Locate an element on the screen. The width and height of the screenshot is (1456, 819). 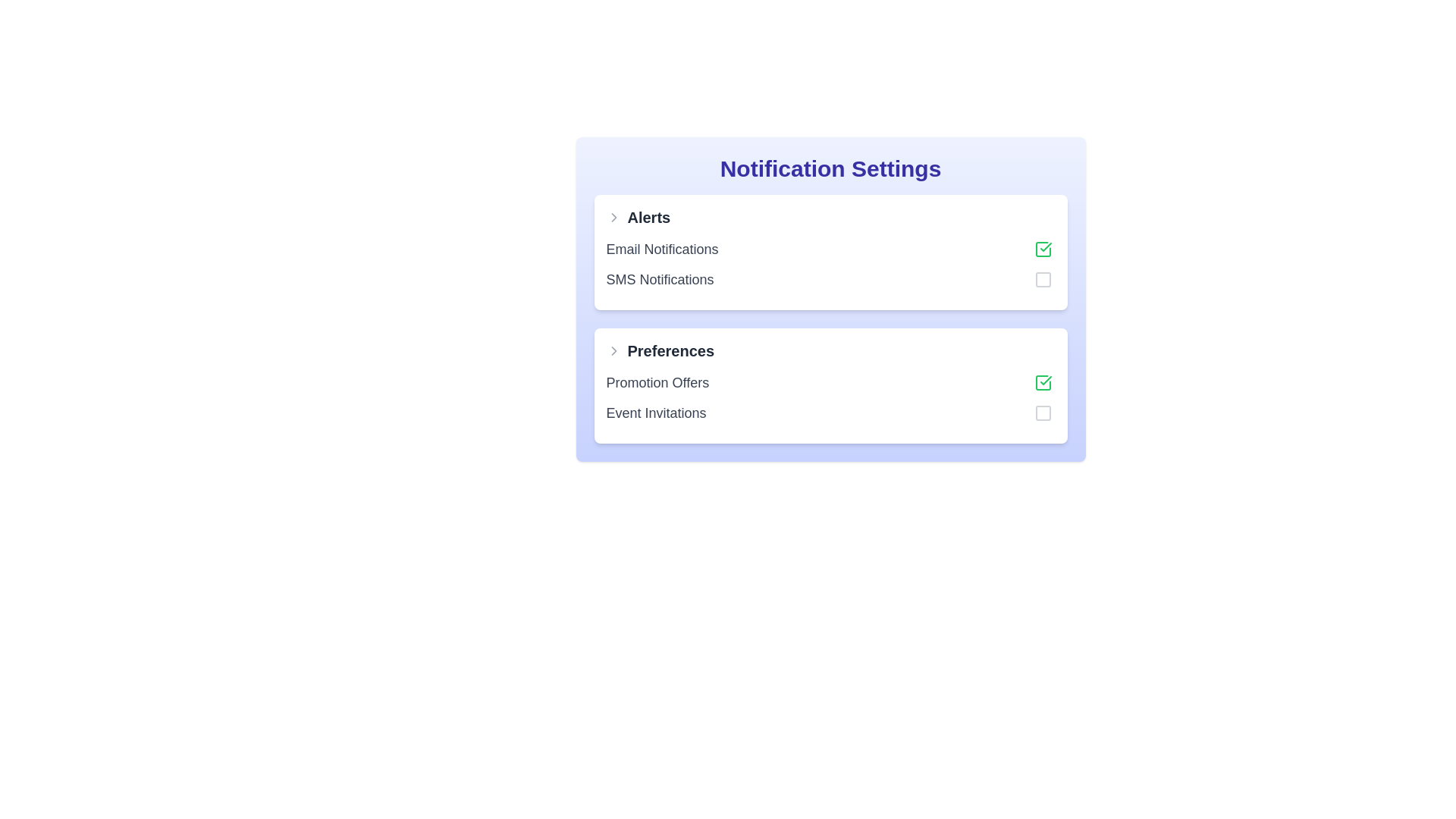
the checkboxes within the 'Preferences' section is located at coordinates (830, 385).